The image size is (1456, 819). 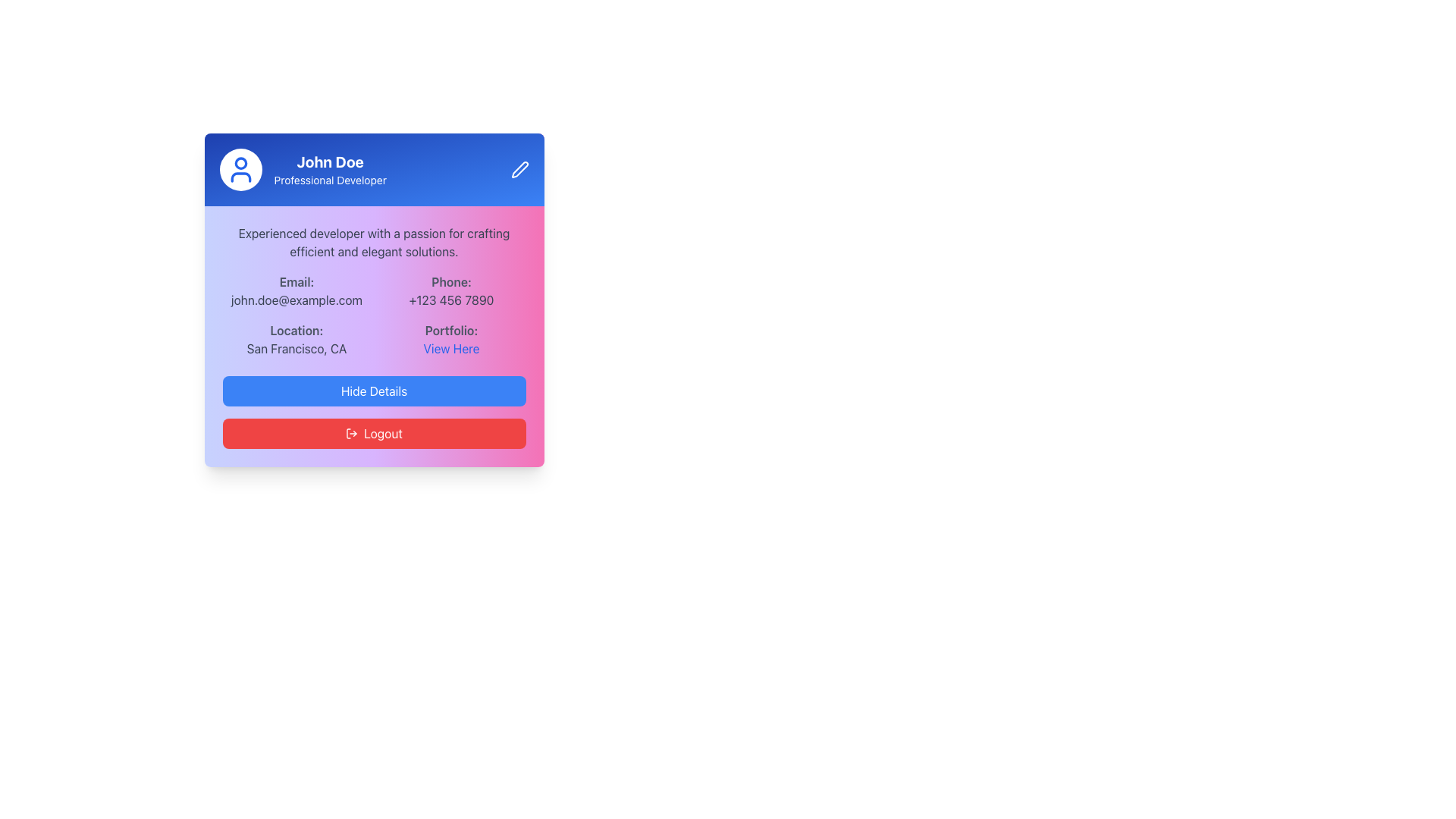 What do you see at coordinates (519, 169) in the screenshot?
I see `the edit icon located in the top-right corner of the card interface to initiate editing` at bounding box center [519, 169].